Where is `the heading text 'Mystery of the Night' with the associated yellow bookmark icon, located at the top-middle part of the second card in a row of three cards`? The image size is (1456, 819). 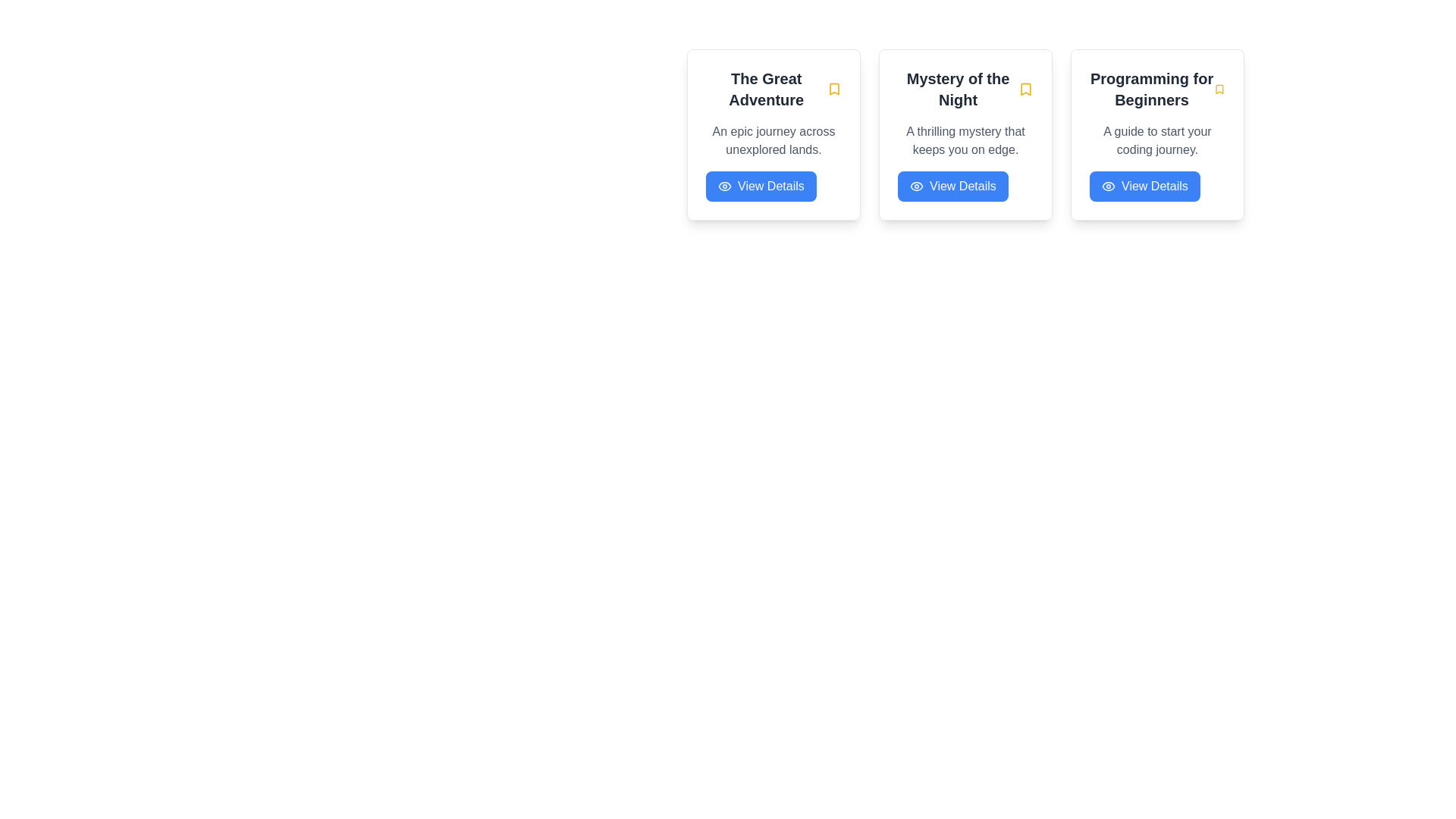
the heading text 'Mystery of the Night' with the associated yellow bookmark icon, located at the top-middle part of the second card in a row of three cards is located at coordinates (965, 89).